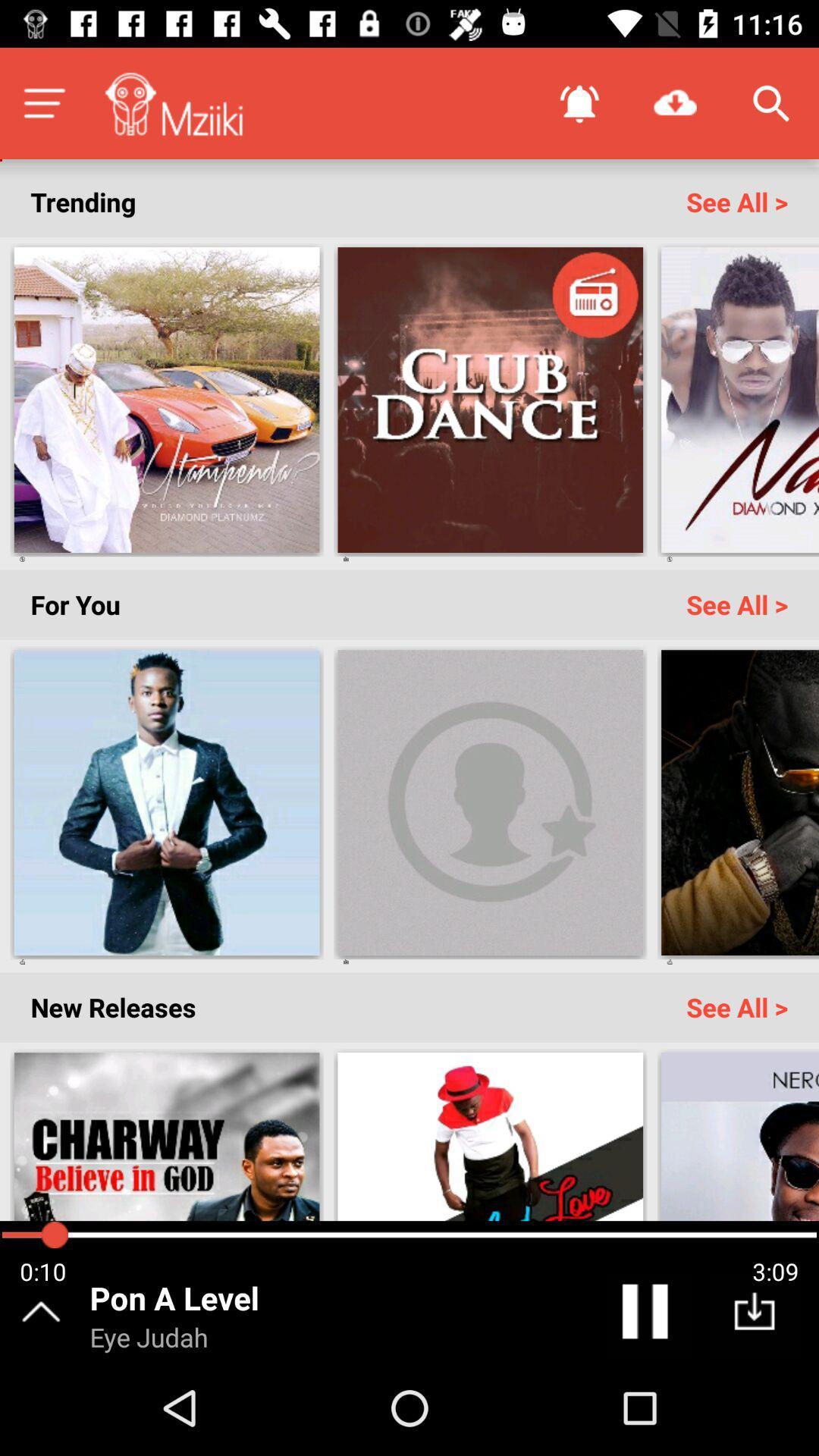  What do you see at coordinates (43, 102) in the screenshot?
I see `show playlist` at bounding box center [43, 102].